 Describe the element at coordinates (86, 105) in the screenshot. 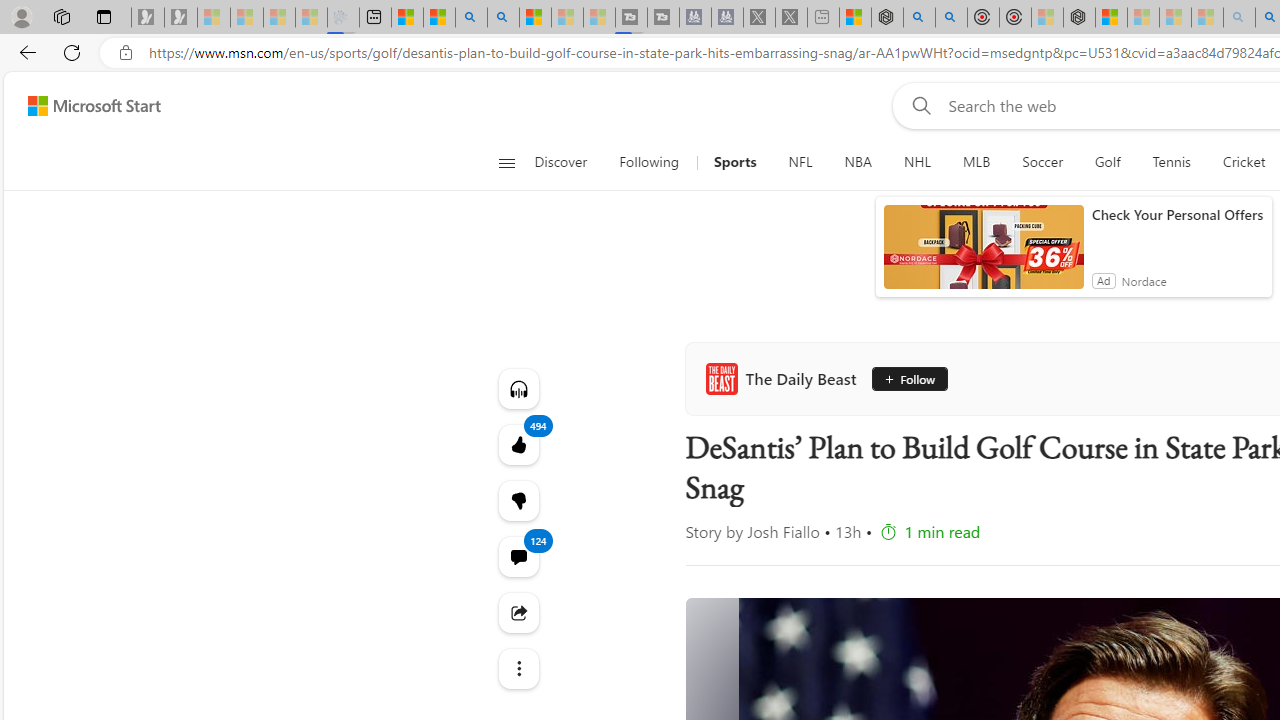

I see `'Skip to content'` at that location.